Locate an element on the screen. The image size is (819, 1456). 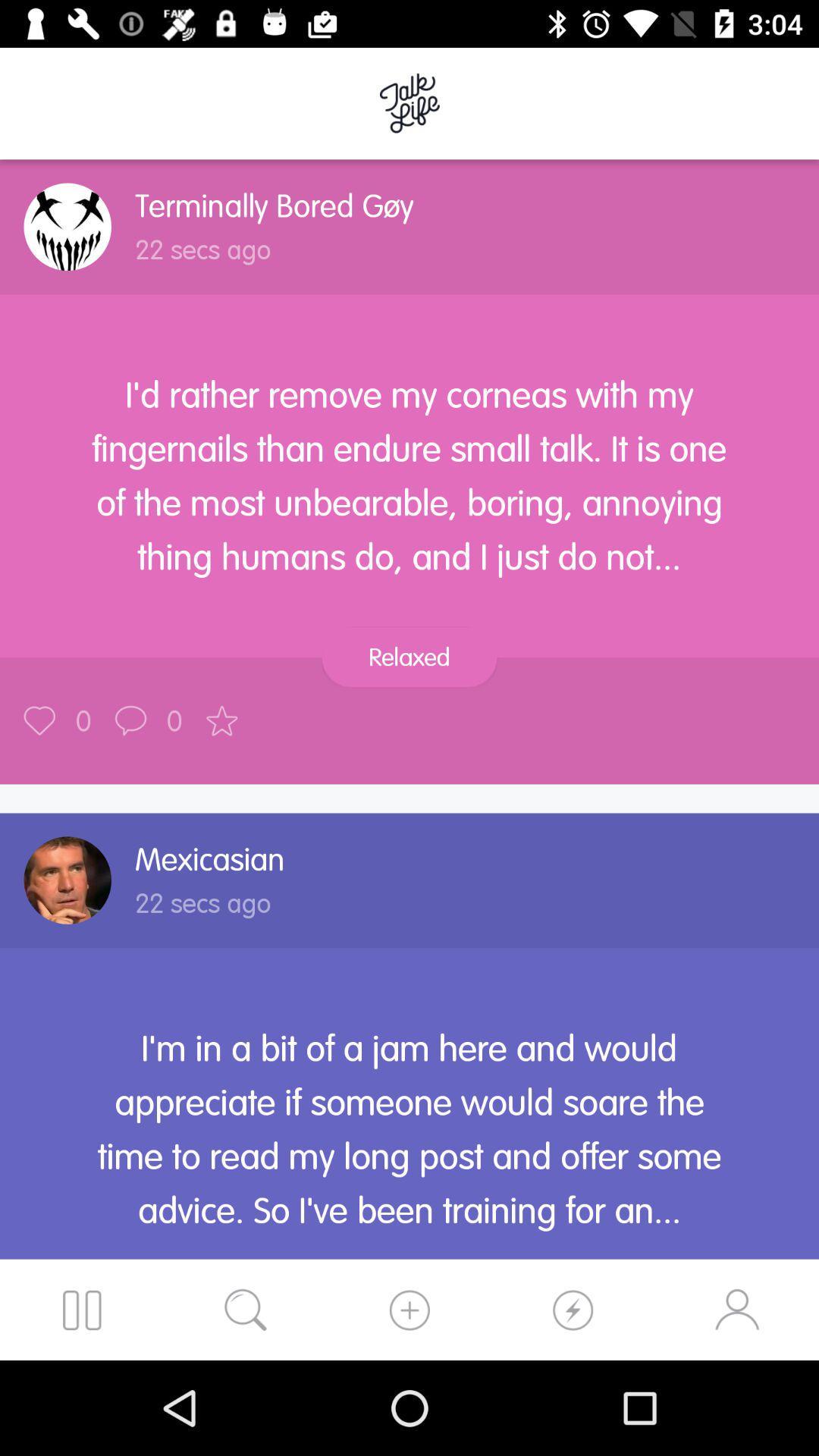
the swap icon is located at coordinates (573, 1309).